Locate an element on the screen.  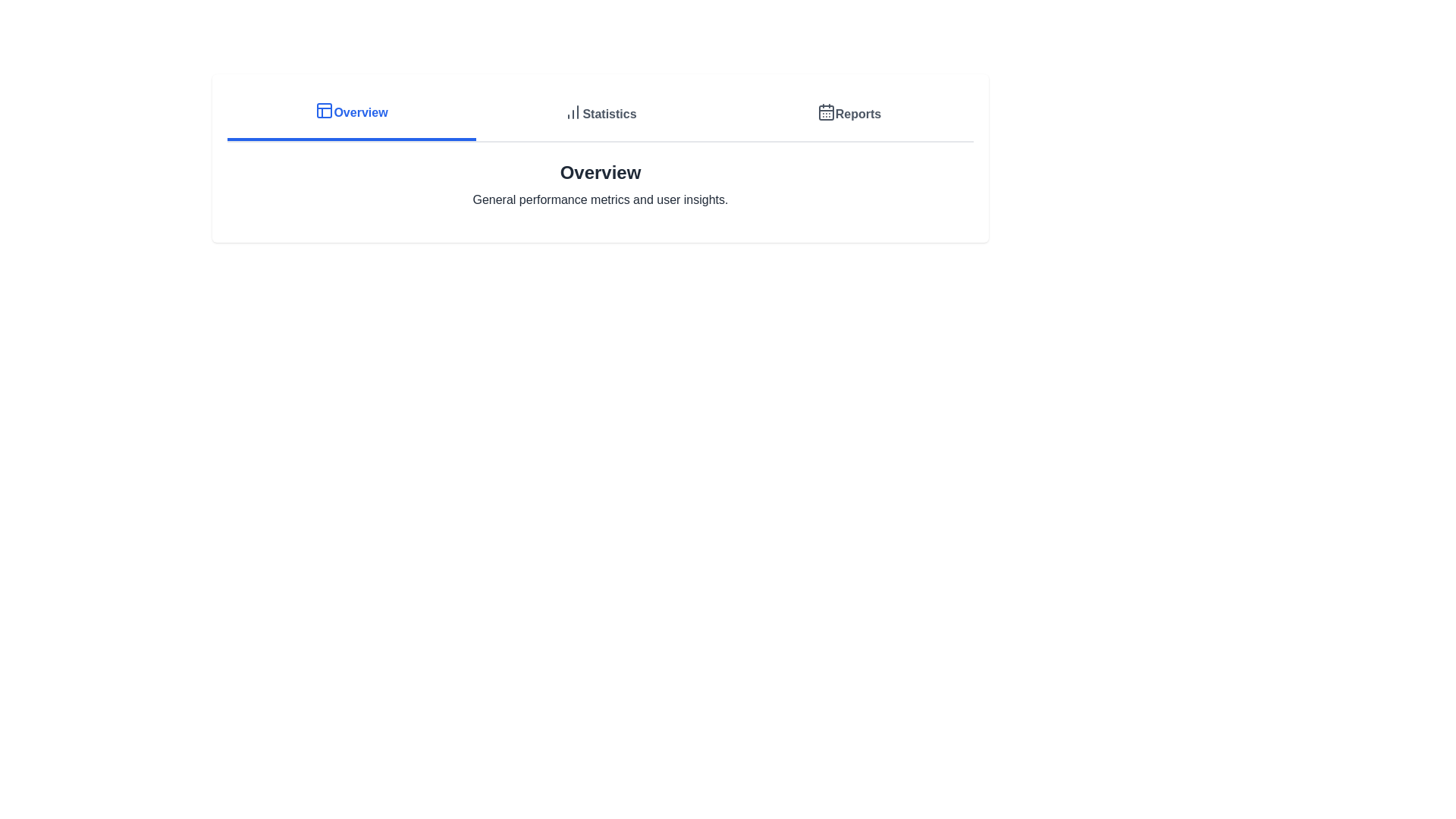
the 'Statistics' navigation tab, which is the second tab among three is located at coordinates (600, 114).